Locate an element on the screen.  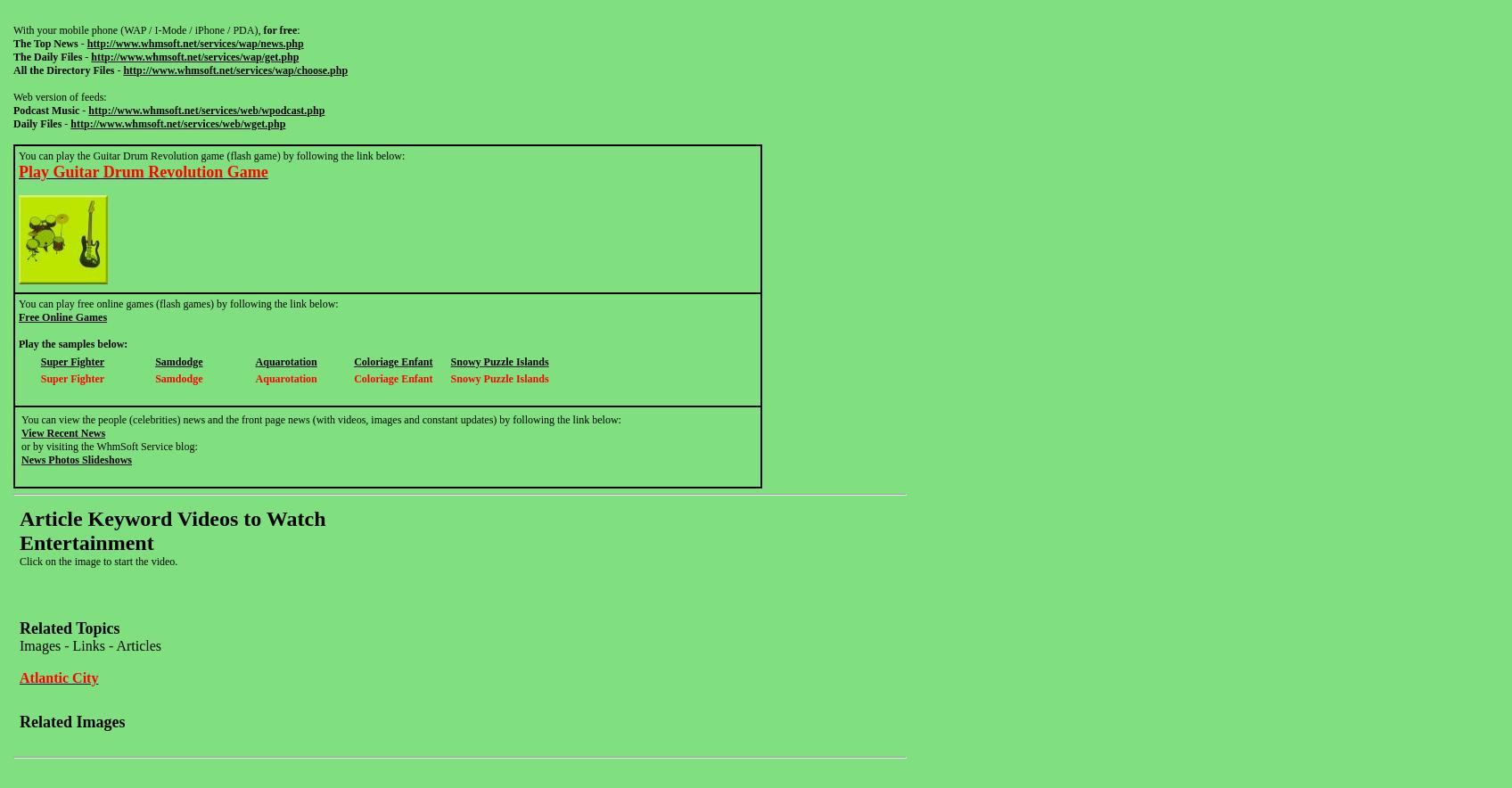
'Play Guitar Drum Revolution Game' is located at coordinates (143, 170).